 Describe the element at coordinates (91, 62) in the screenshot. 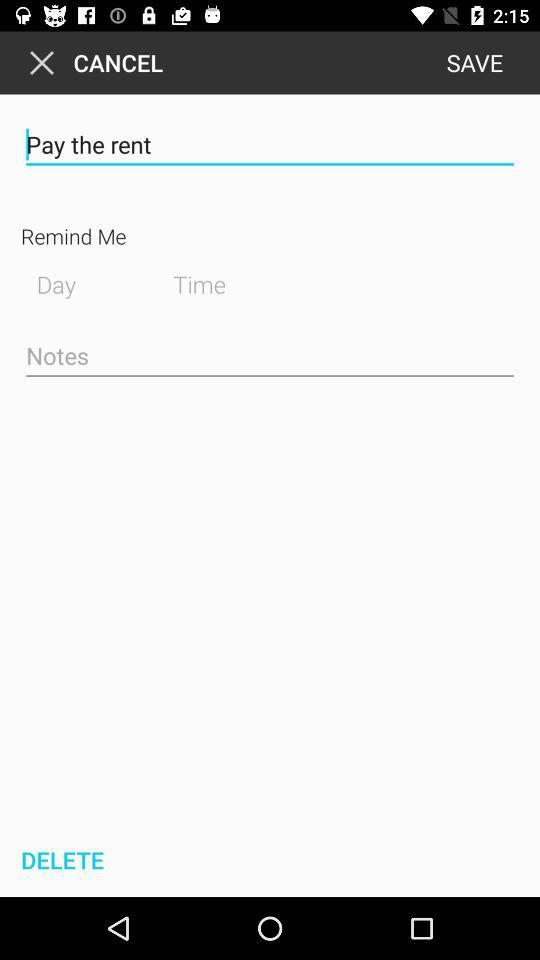

I see `the icon next to the save icon` at that location.